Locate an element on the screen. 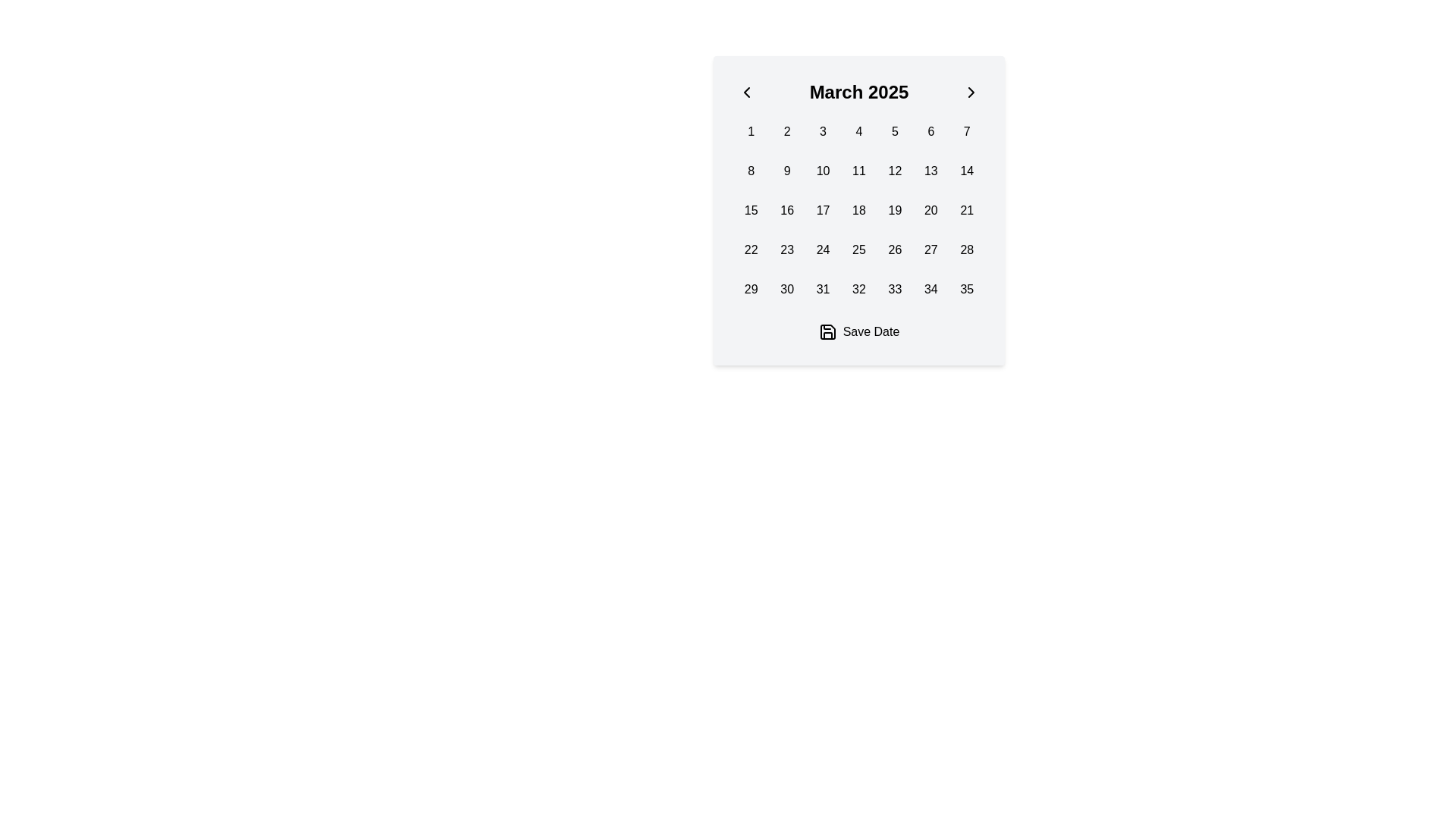 The image size is (1456, 819). the left-pointing chevron icon located in the left side of the header section of the calendar widget is located at coordinates (746, 93).